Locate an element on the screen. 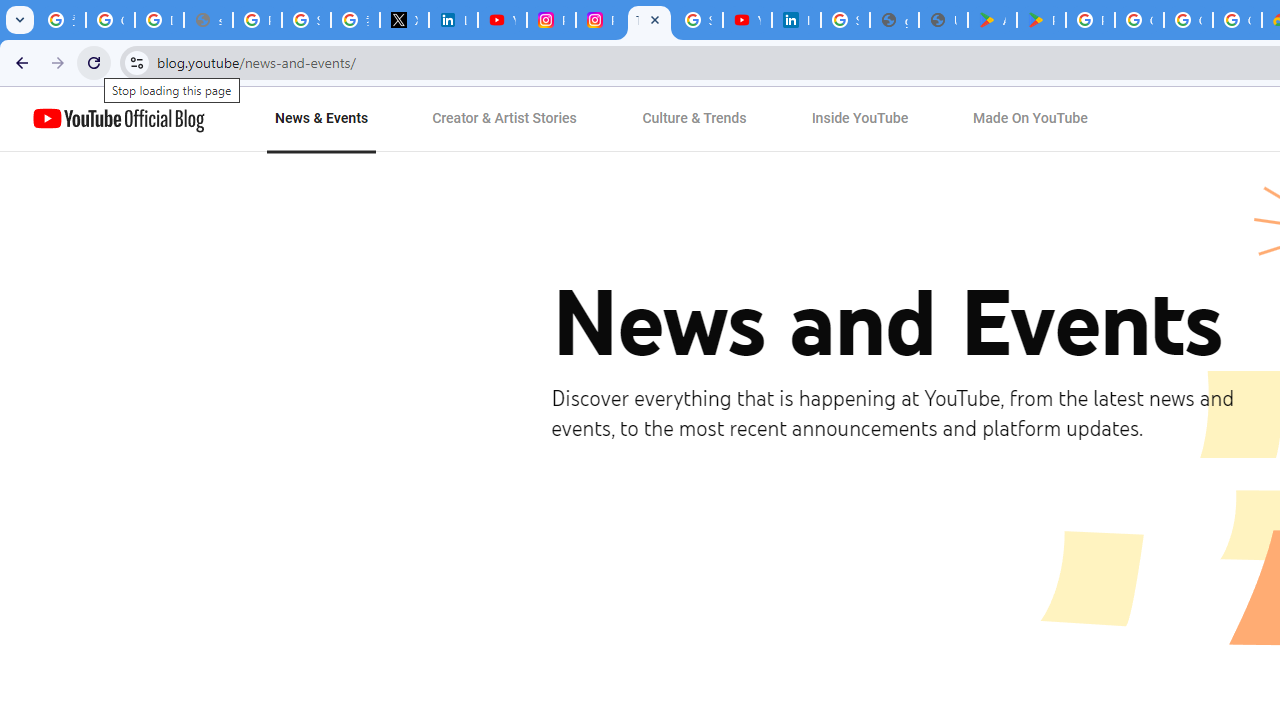 The image size is (1280, 720). 'X' is located at coordinates (403, 20).